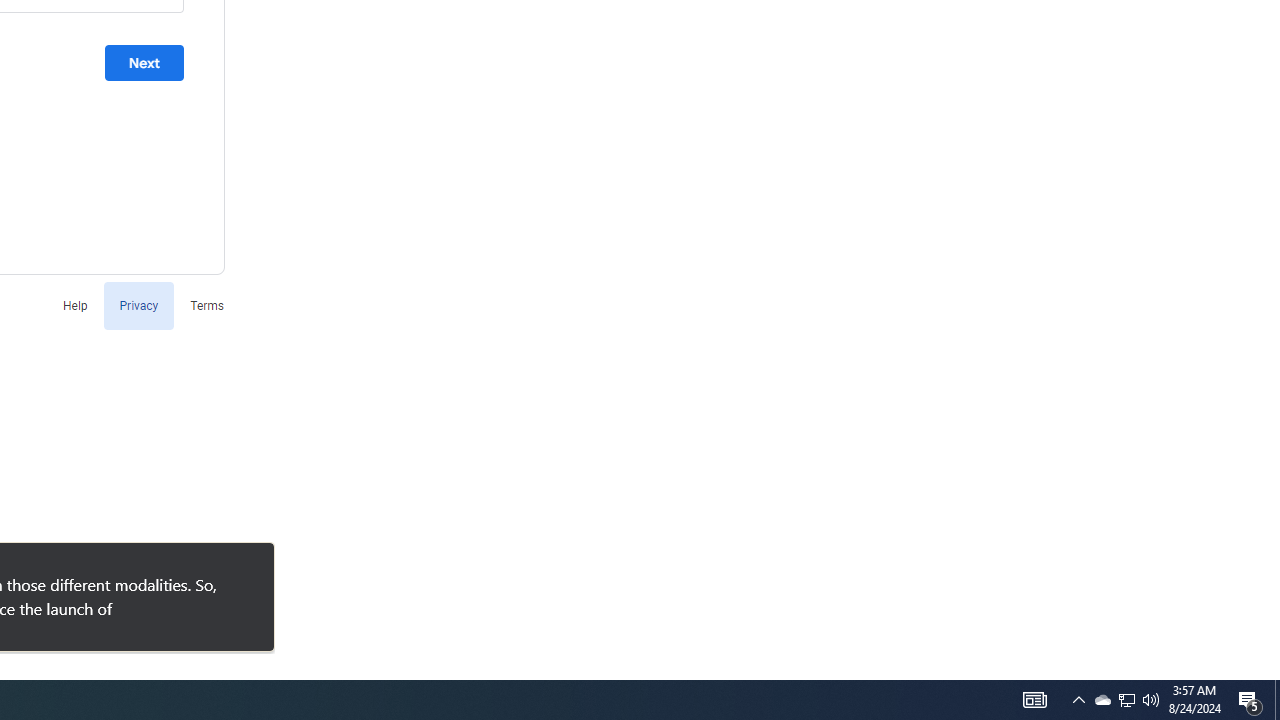 The image size is (1280, 720). Describe the element at coordinates (137, 305) in the screenshot. I see `'Privacy'` at that location.